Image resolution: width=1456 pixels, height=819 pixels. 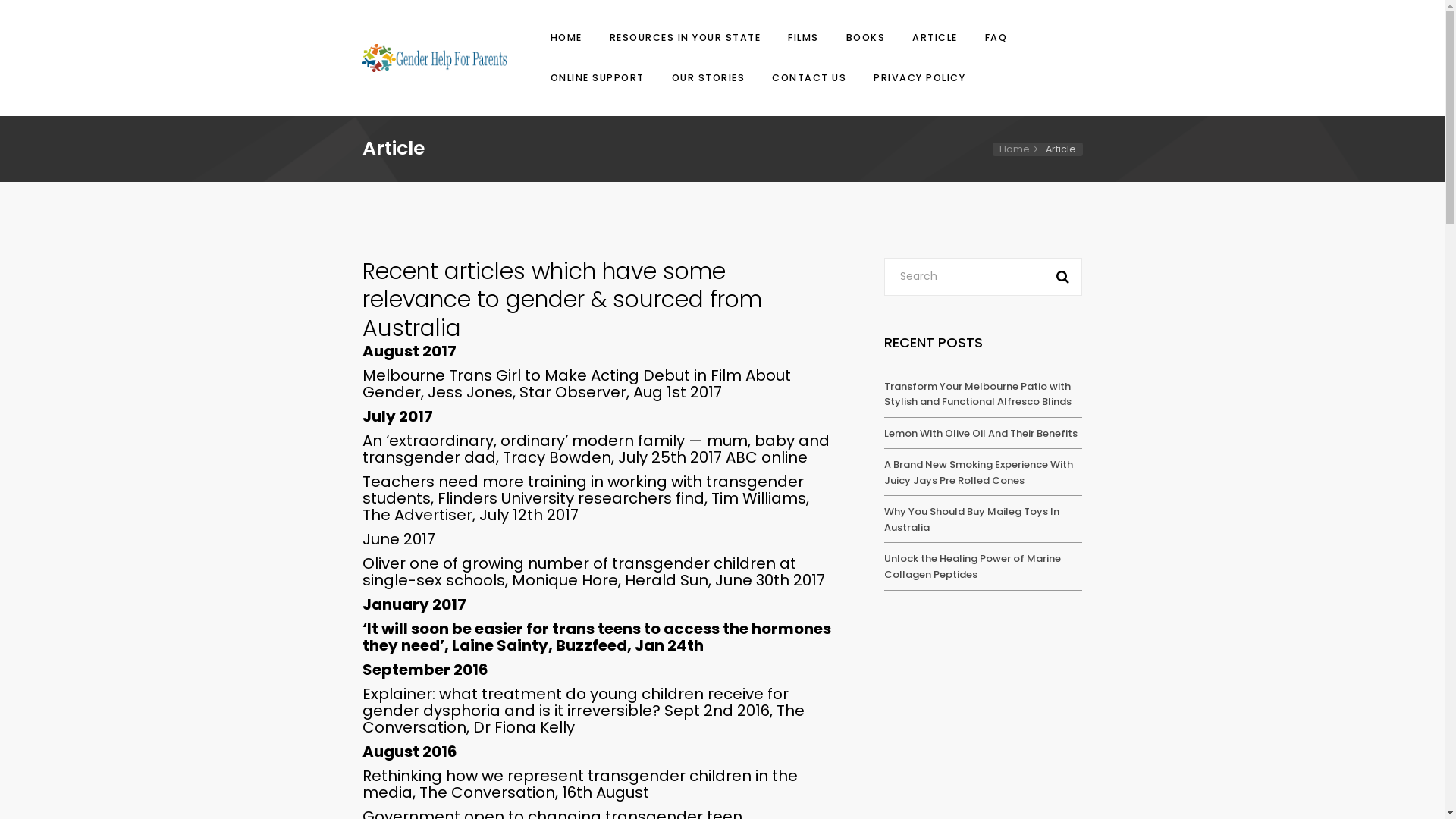 What do you see at coordinates (604, 37) in the screenshot?
I see `'RESOURCES IN YOUR STATE'` at bounding box center [604, 37].